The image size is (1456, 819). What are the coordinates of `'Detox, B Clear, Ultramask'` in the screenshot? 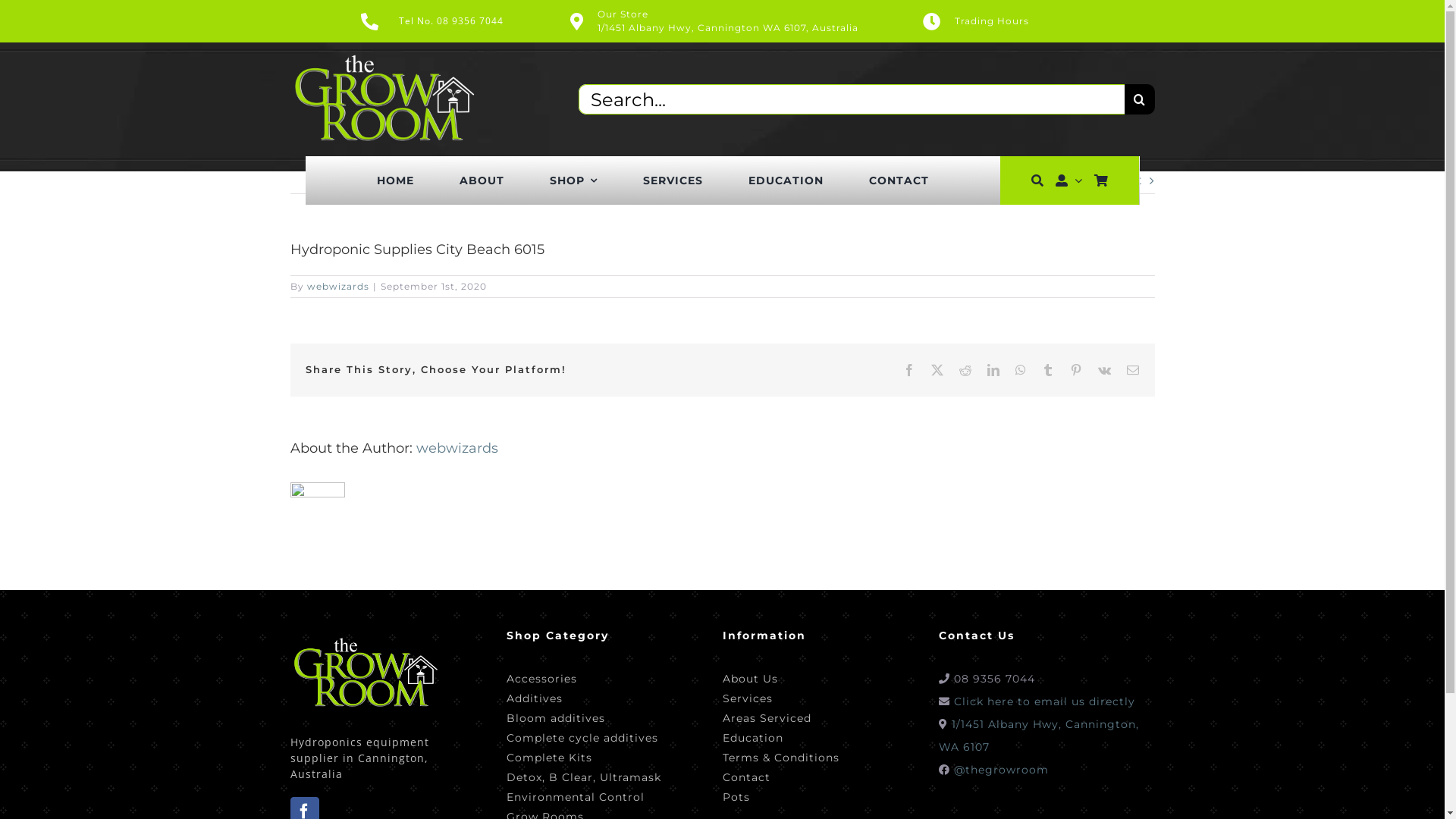 It's located at (582, 775).